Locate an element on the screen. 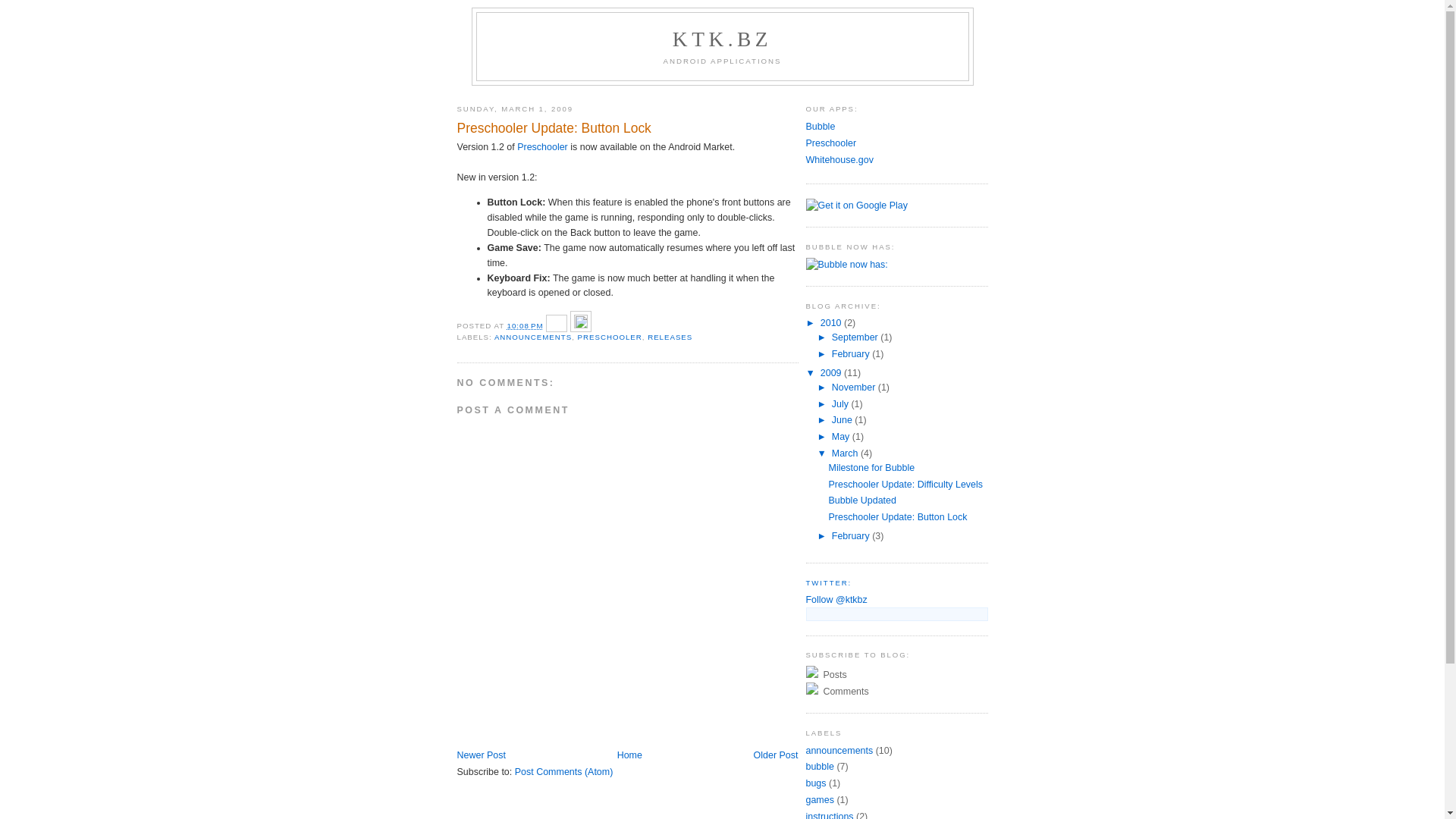  'Milestone for Bubble' is located at coordinates (871, 467).